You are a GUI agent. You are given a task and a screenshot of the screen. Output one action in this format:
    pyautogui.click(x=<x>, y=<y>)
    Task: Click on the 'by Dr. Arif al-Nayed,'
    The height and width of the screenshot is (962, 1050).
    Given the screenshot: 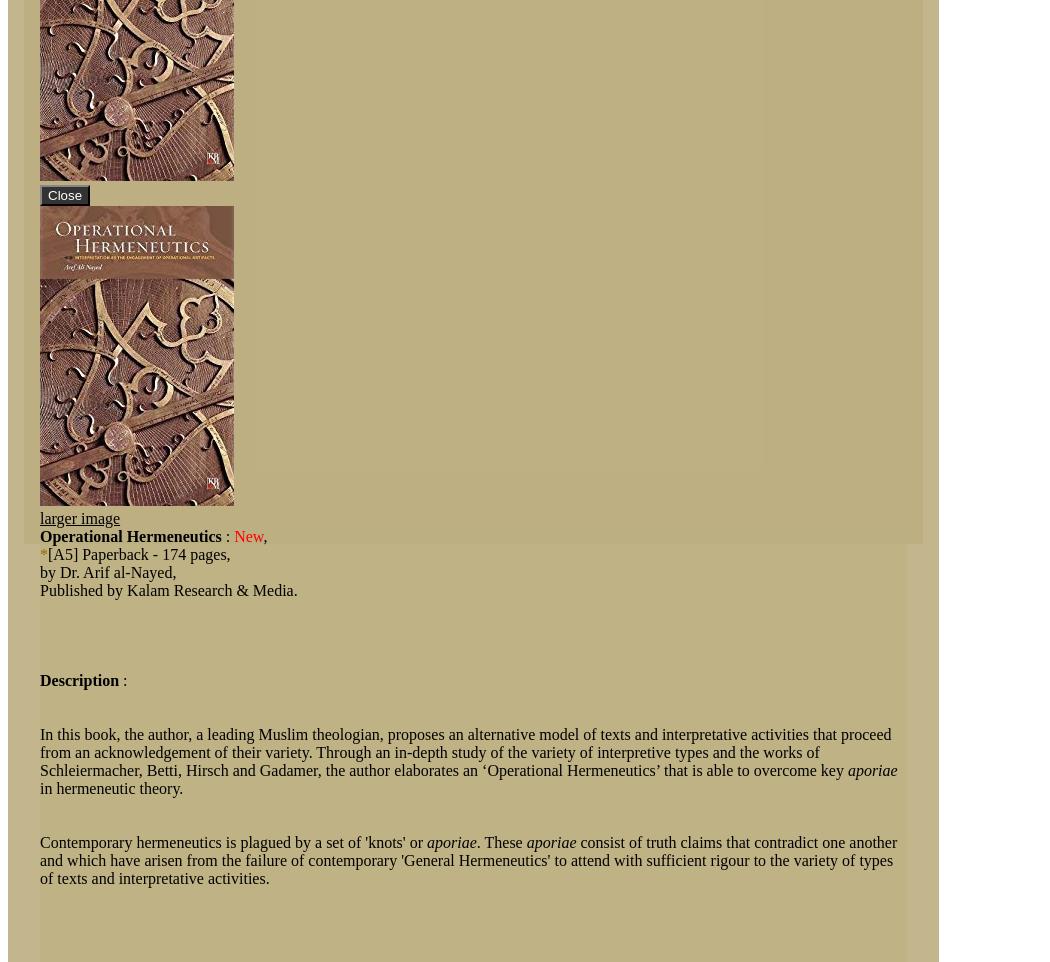 What is the action you would take?
    pyautogui.click(x=108, y=572)
    